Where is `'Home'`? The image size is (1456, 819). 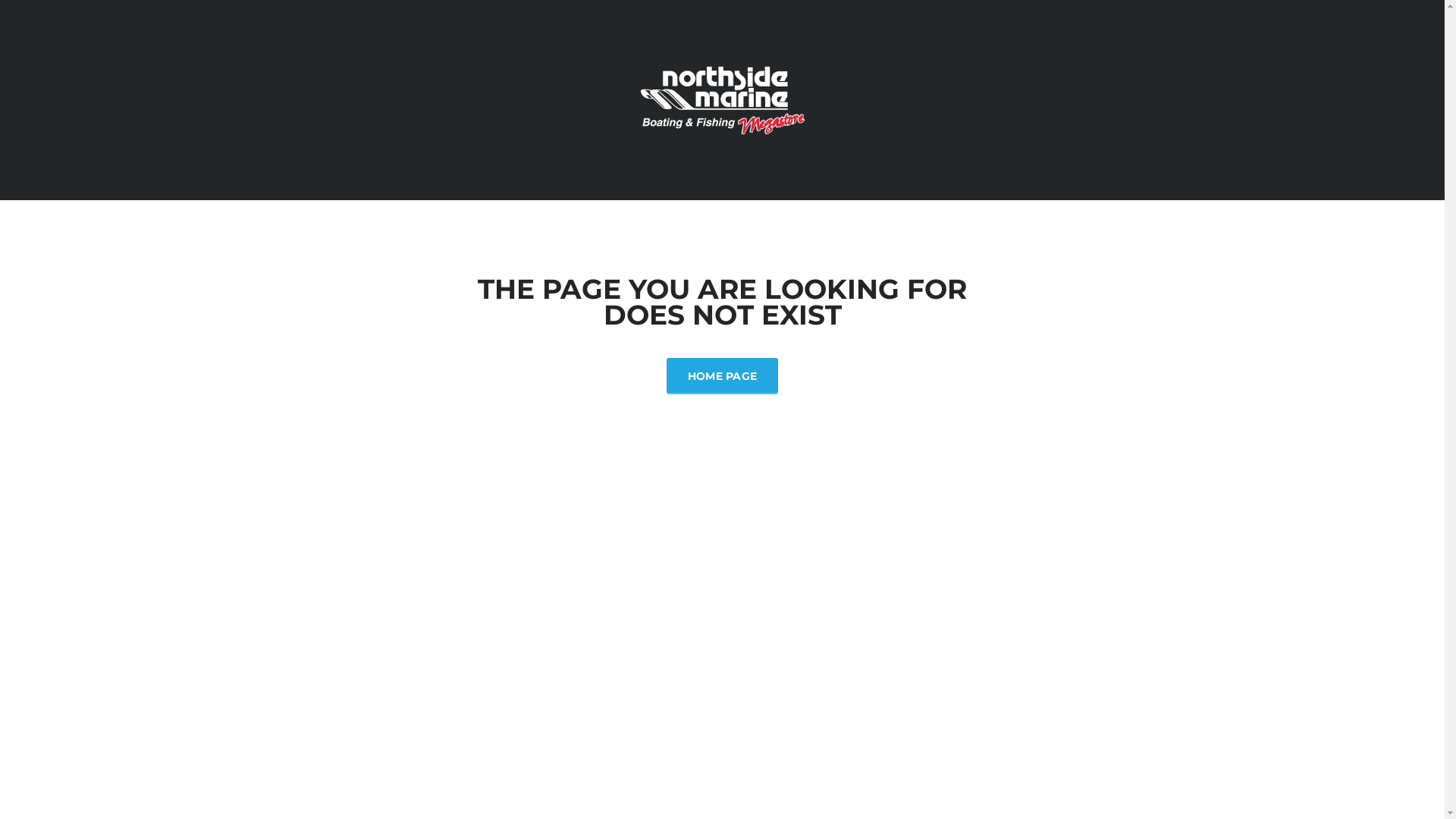 'Home' is located at coordinates (720, 99).